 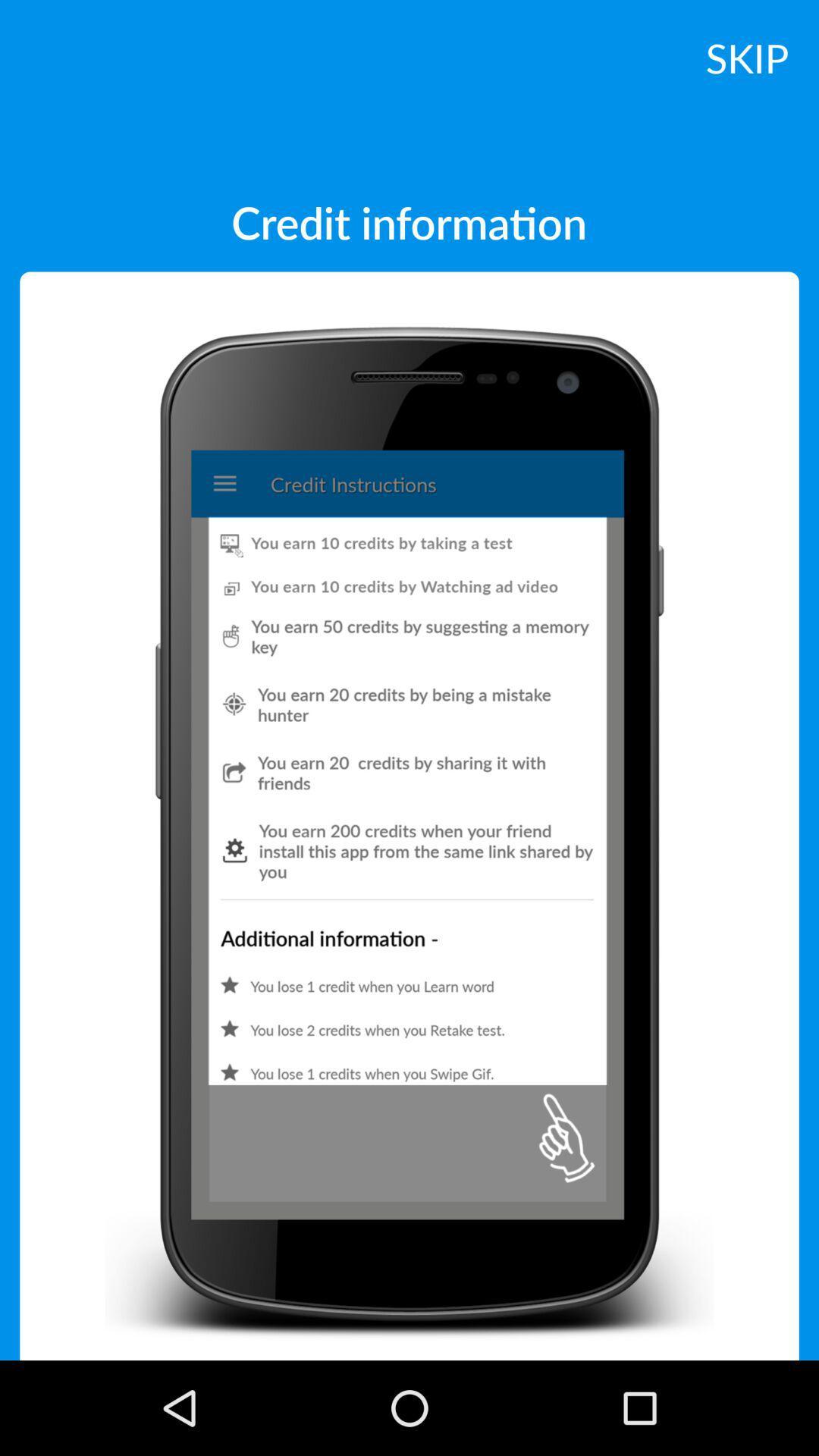 What do you see at coordinates (746, 57) in the screenshot?
I see `the skip` at bounding box center [746, 57].